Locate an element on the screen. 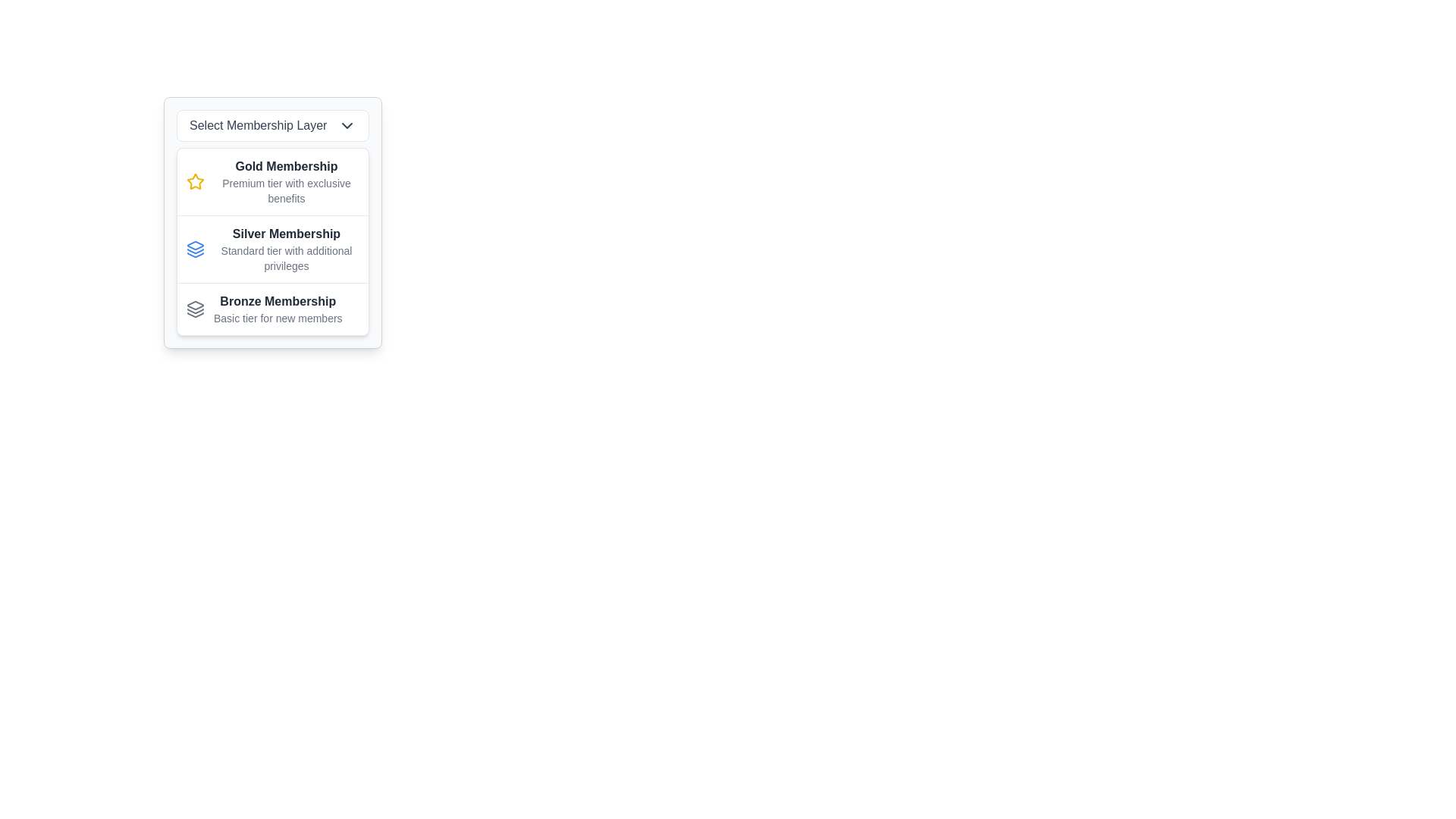 This screenshot has height=819, width=1456. the star-shaped icon with a bold yellow outline that is associated with the 'Gold Membership' text, located at the top of the membership options list is located at coordinates (195, 180).